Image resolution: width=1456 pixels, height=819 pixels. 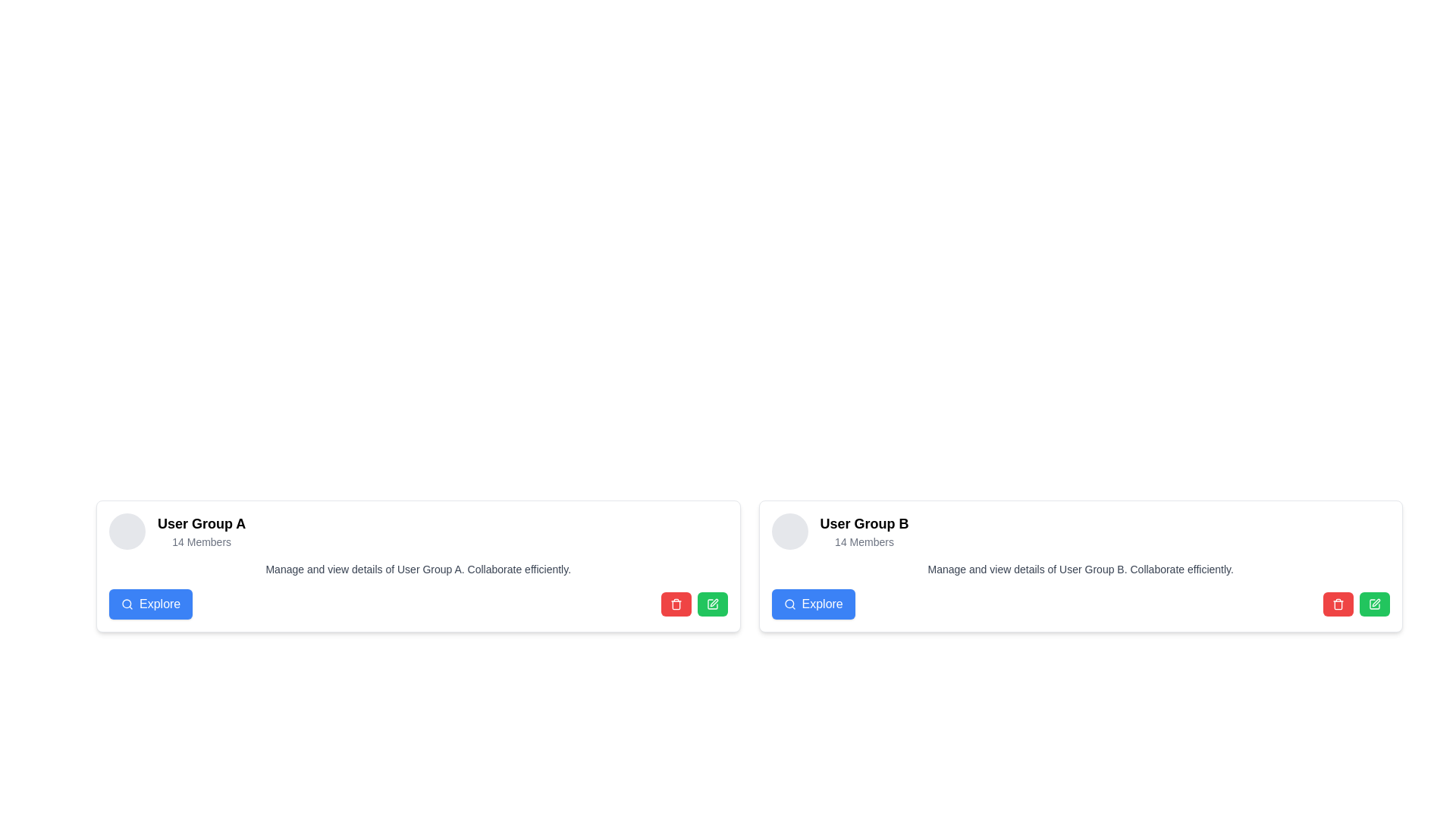 What do you see at coordinates (789, 604) in the screenshot?
I see `the magnifying glass icon, which is visually styled with a circular lens and a small handle, located inside the blue button labeled 'Explore' for 'User Group B'` at bounding box center [789, 604].